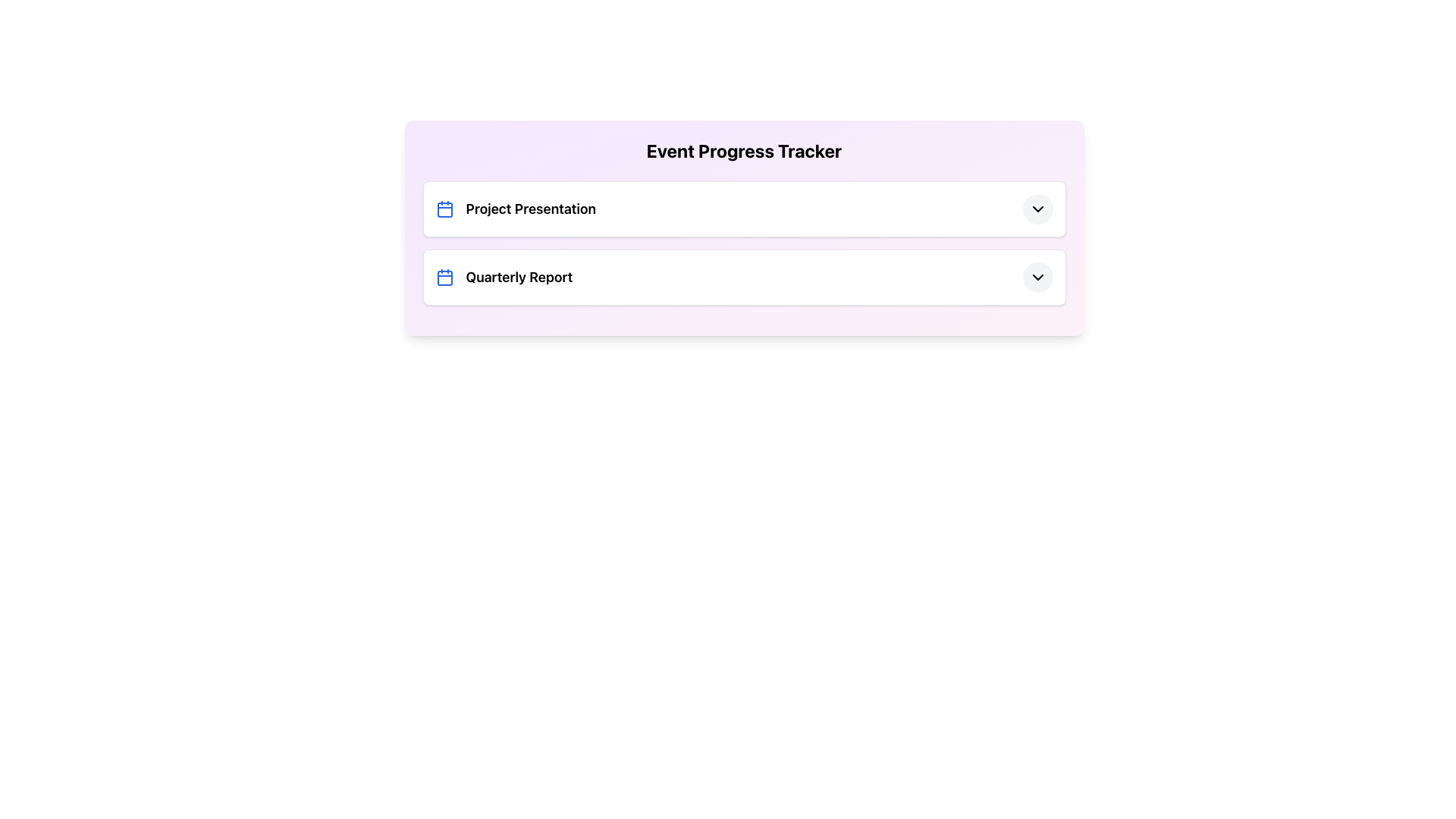 This screenshot has height=819, width=1456. Describe the element at coordinates (1037, 278) in the screenshot. I see `the circular button with a downward-facing chevron icon` at that location.